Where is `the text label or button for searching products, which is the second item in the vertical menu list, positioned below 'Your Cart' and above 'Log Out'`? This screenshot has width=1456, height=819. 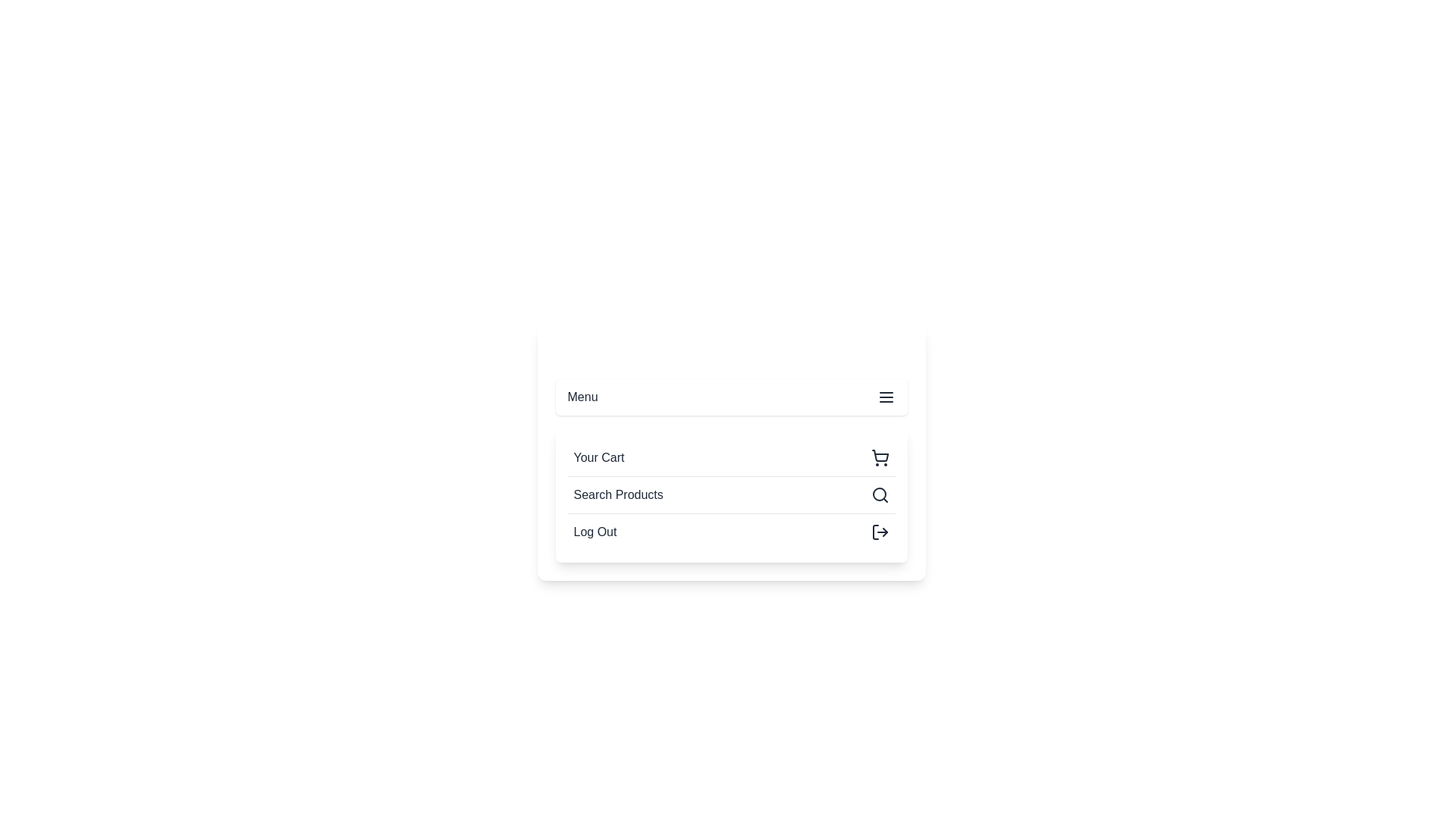
the text label or button for searching products, which is the second item in the vertical menu list, positioned below 'Your Cart' and above 'Log Out' is located at coordinates (618, 494).